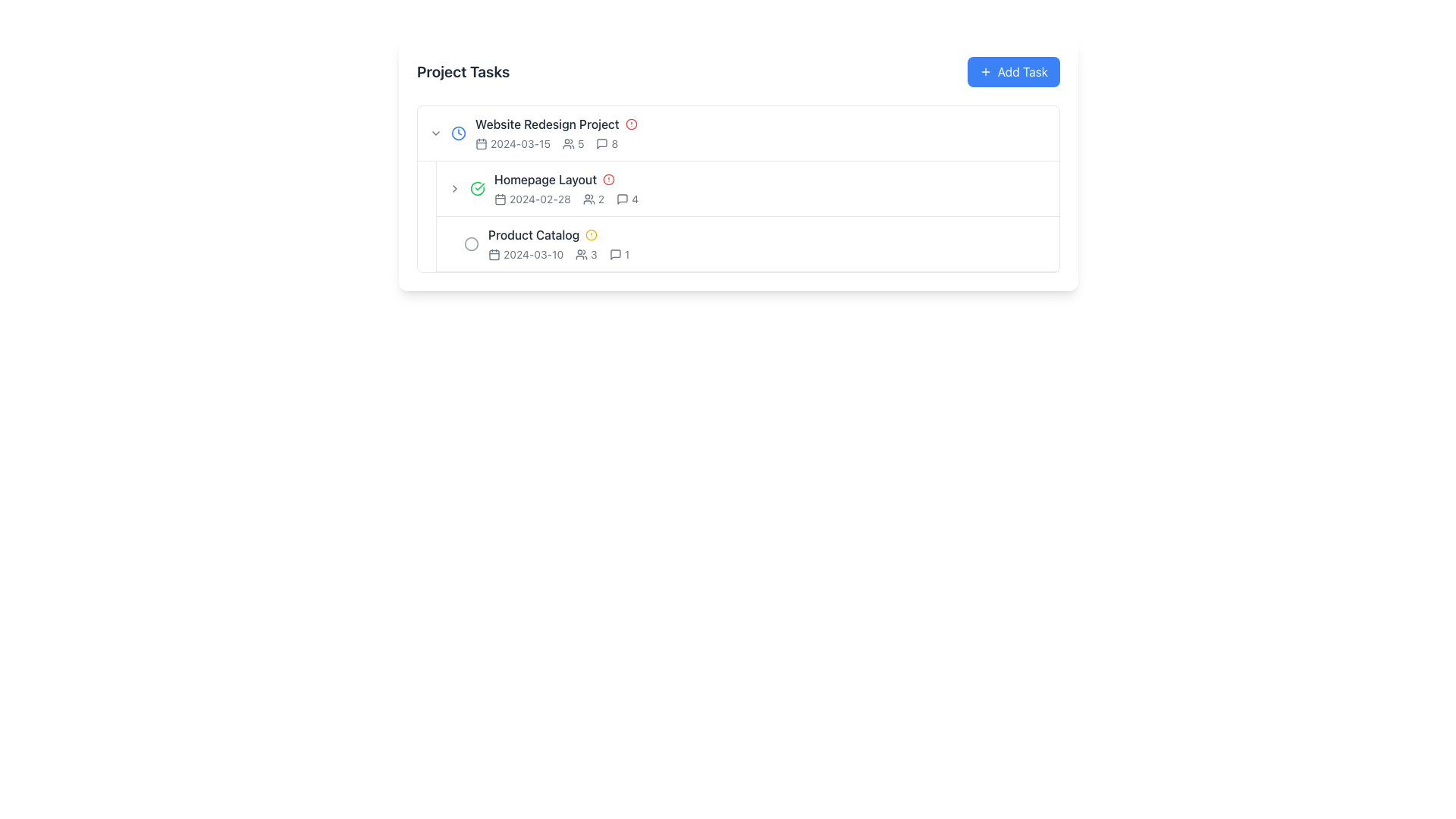 The width and height of the screenshot is (1456, 819). What do you see at coordinates (471, 243) in the screenshot?
I see `the circular icon with a gray outline that indicates the status of the 'Product Catalog' task in the task list` at bounding box center [471, 243].